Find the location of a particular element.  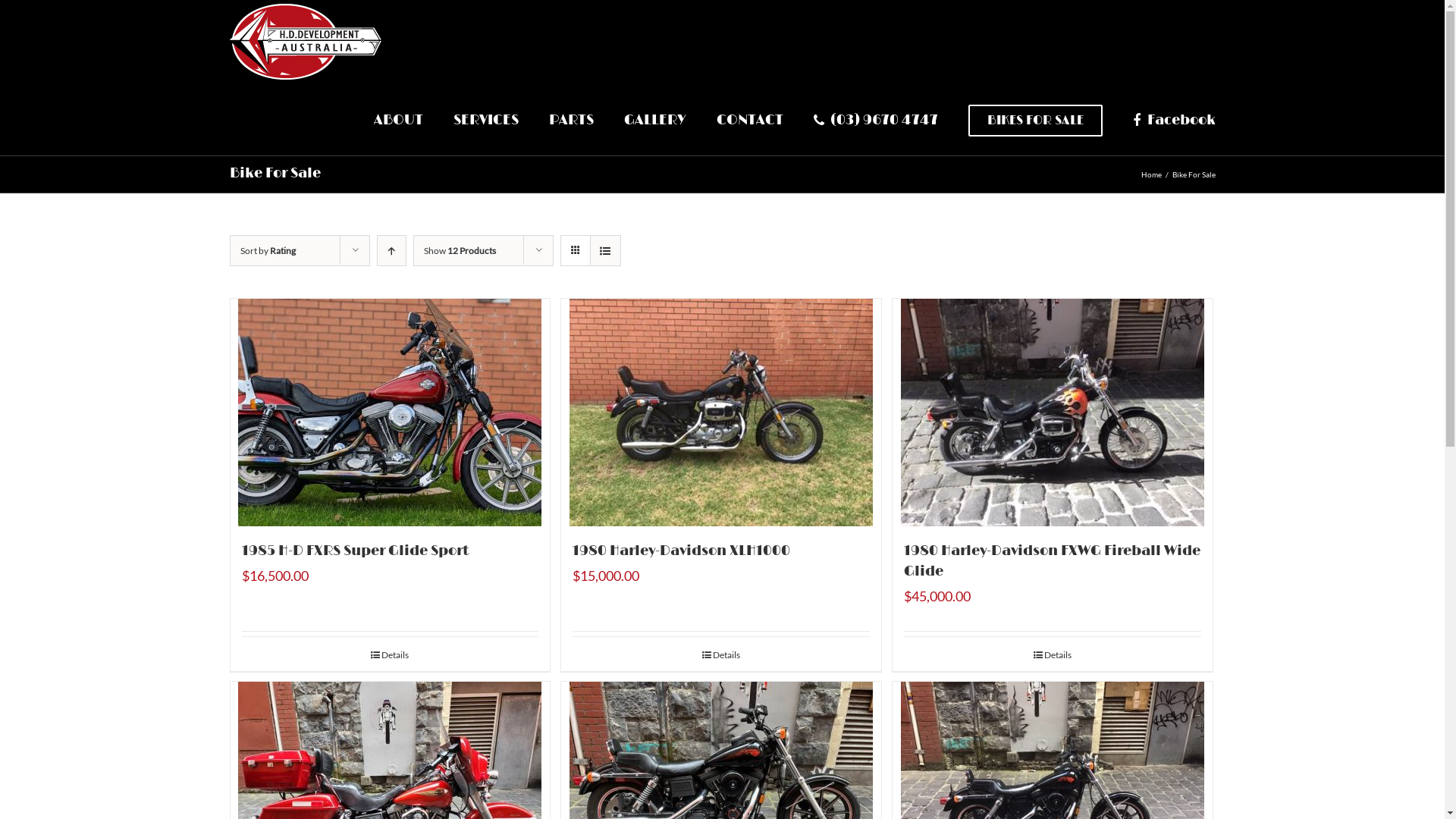

'CONTACT' is located at coordinates (749, 118).